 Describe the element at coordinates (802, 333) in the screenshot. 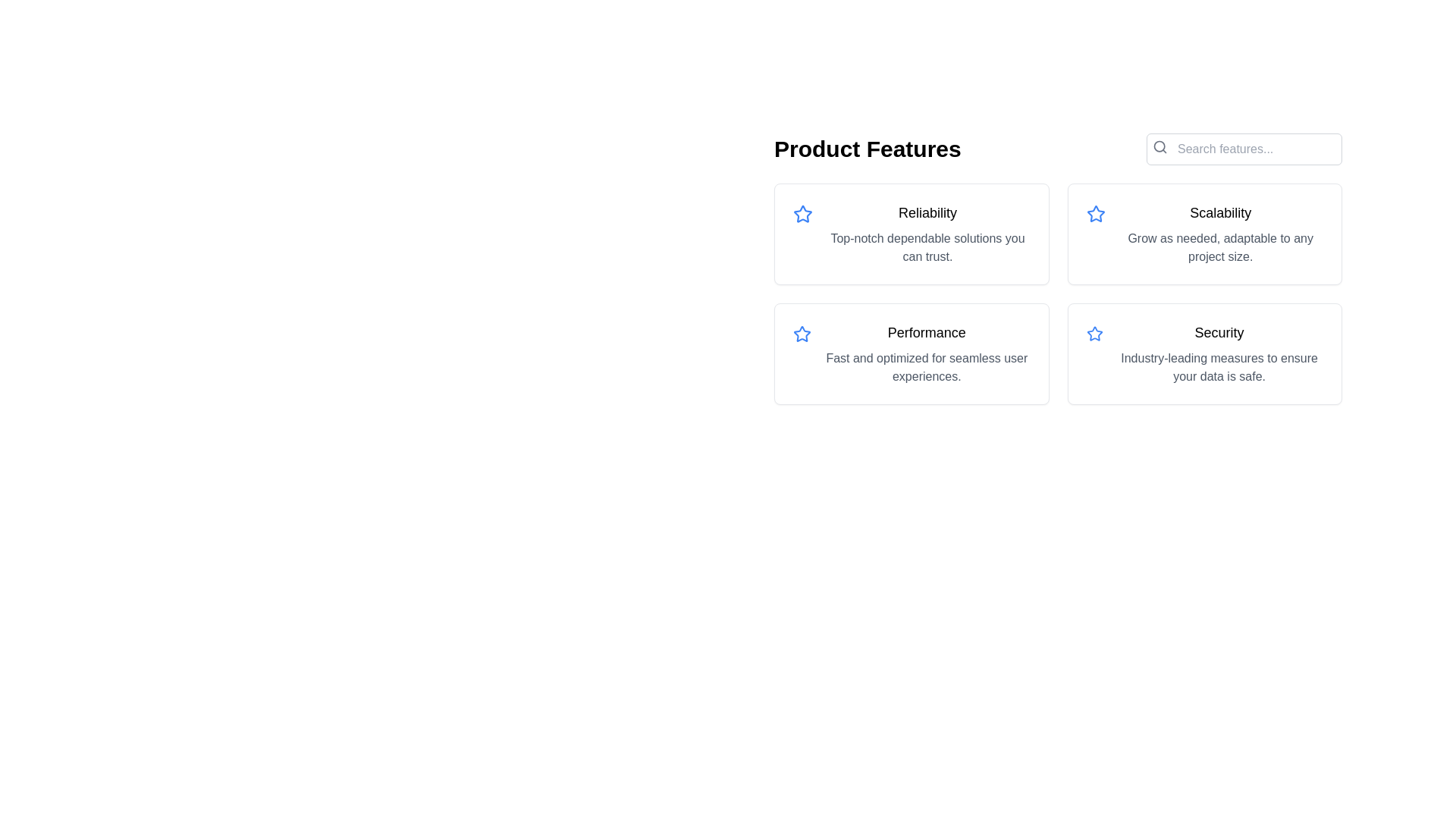

I see `the blue star icon, which is a hollow design located prominently in the 'Performance' card within the 'Product Features' UI section` at that location.